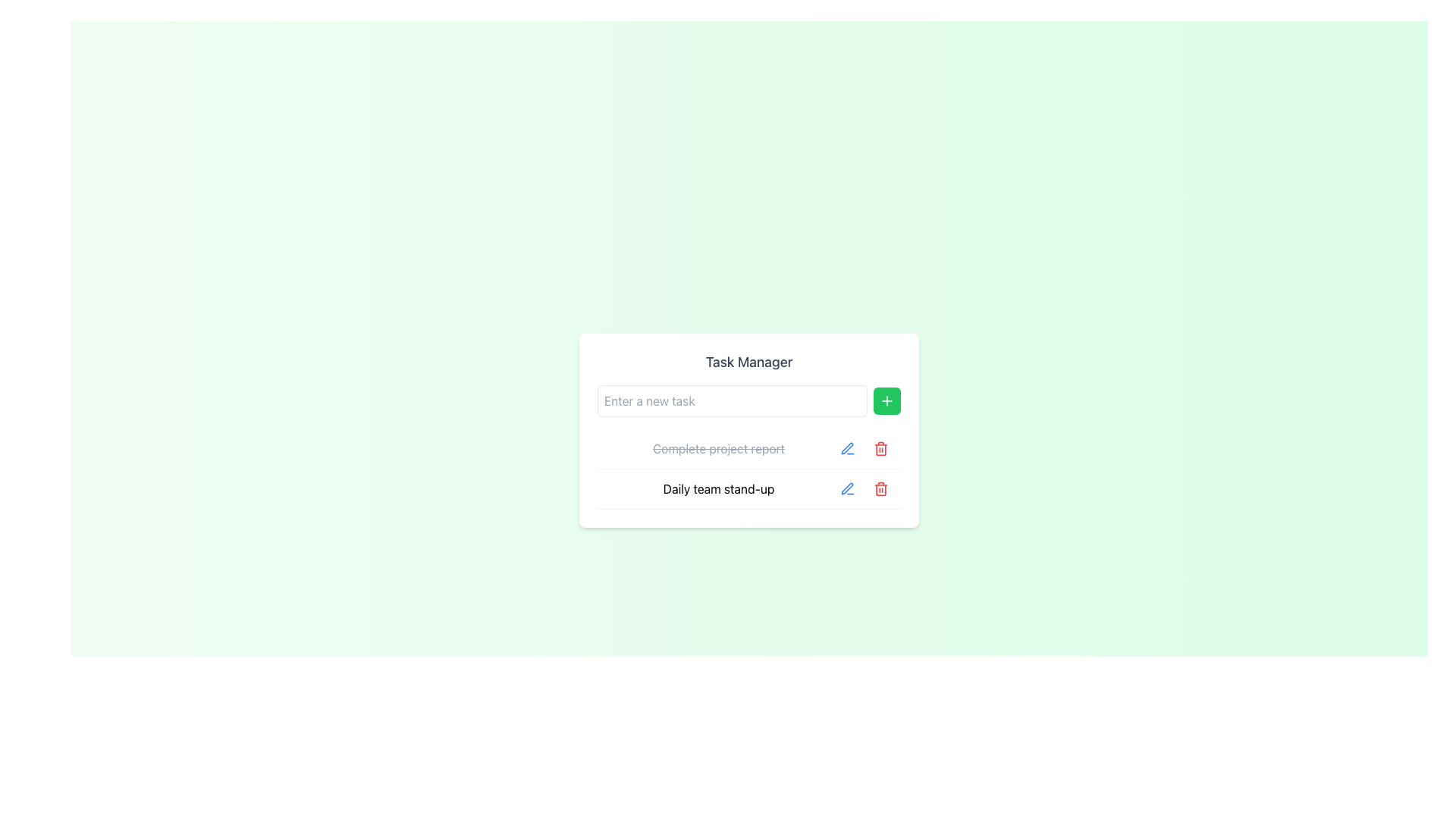 The height and width of the screenshot is (819, 1456). I want to click on the 'Daily team stand-up' task label for sorting in the task manager interface, located below the 'Complete project report', so click(749, 489).